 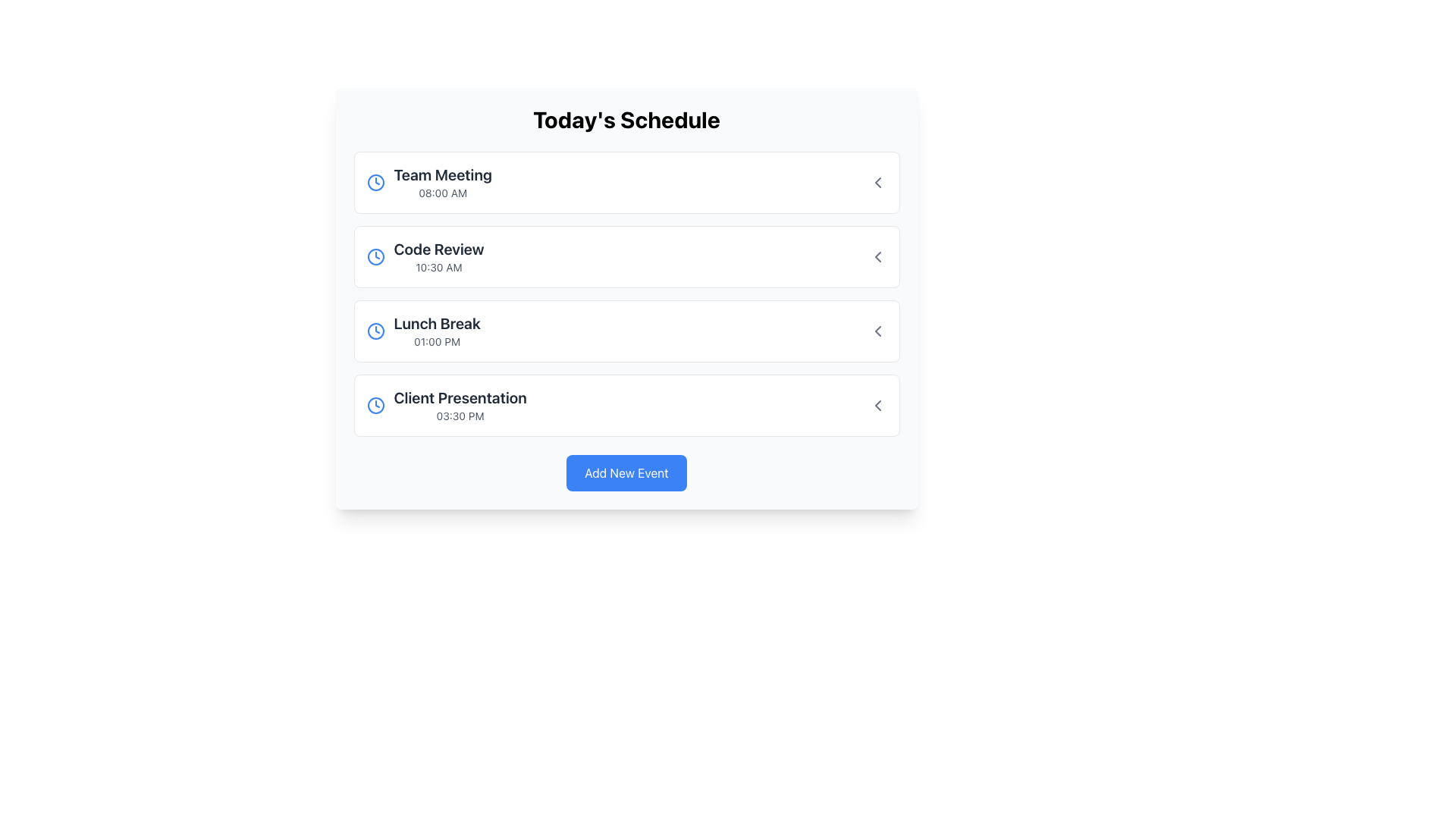 What do you see at coordinates (375, 405) in the screenshot?
I see `the small circular clock icon with a blue outline located at the left end of the 'Client Presentation 03:30 PM' list item, adjacent to the text` at bounding box center [375, 405].